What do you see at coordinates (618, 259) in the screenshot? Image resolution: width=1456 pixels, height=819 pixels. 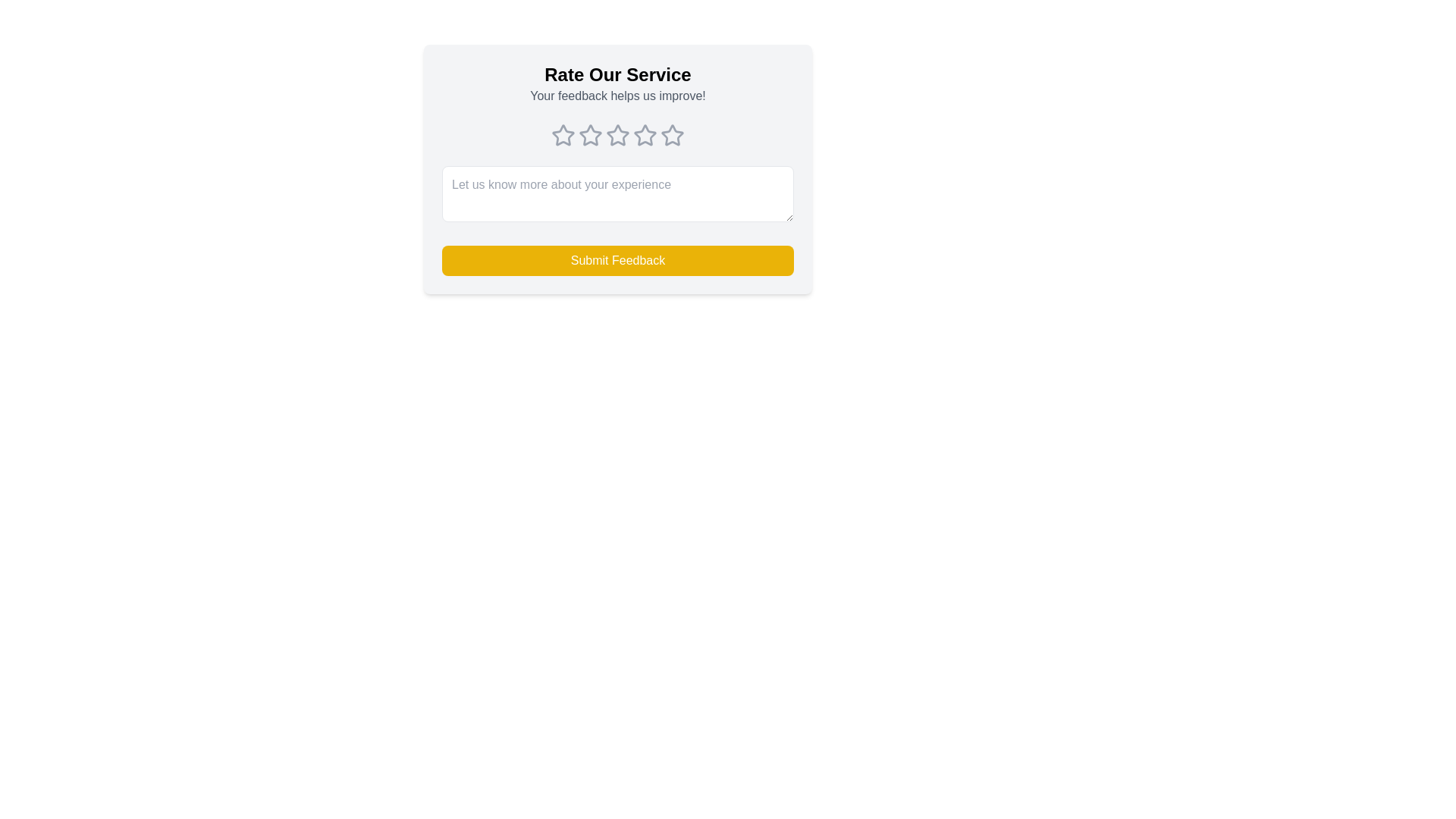 I see `the rectangular button with a yellow background and white text that says 'Submit Feedback'` at bounding box center [618, 259].